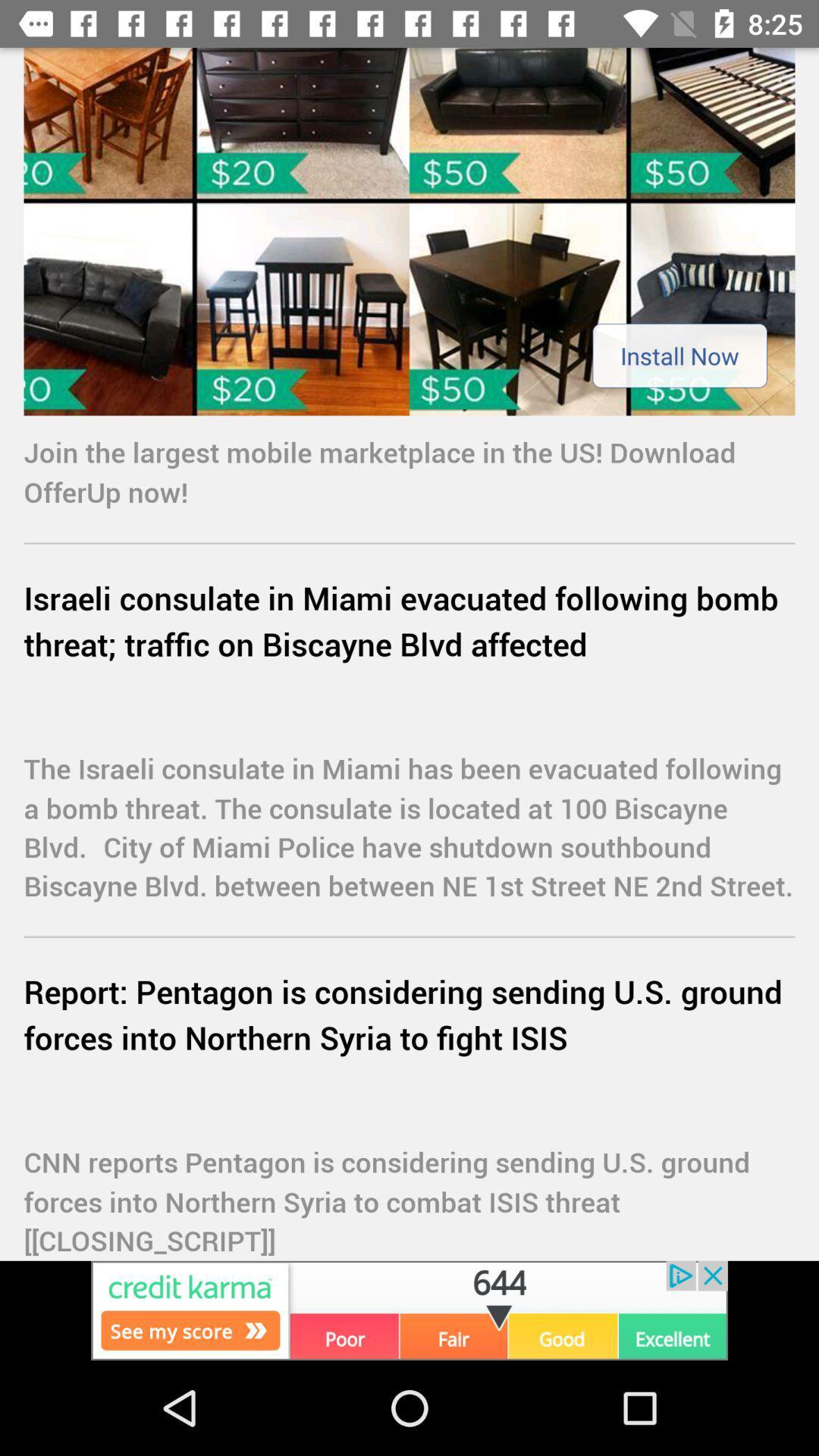 Image resolution: width=819 pixels, height=1456 pixels. What do you see at coordinates (409, 231) in the screenshot?
I see `advatisment` at bounding box center [409, 231].